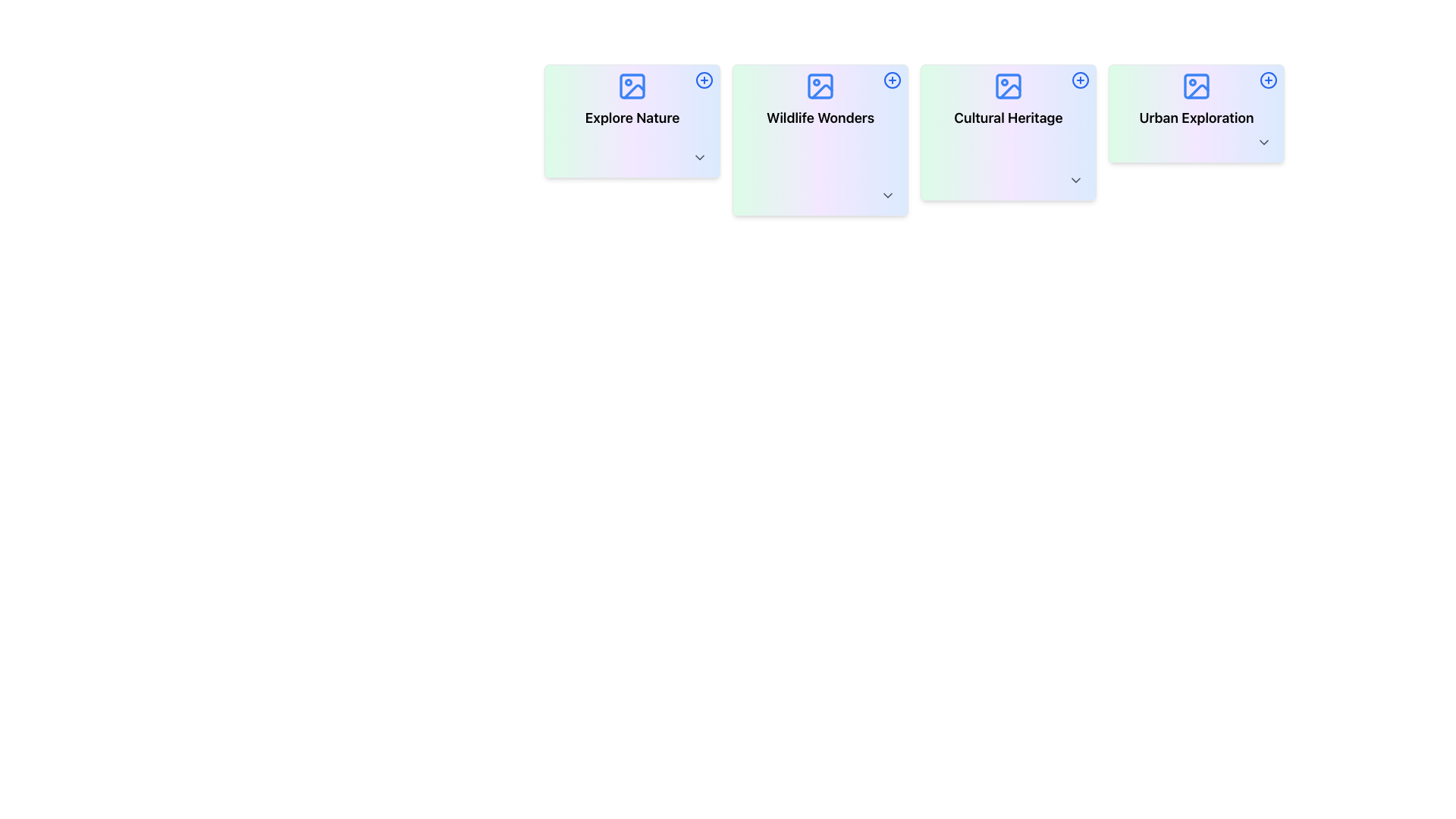 This screenshot has height=819, width=1456. Describe the element at coordinates (1080, 80) in the screenshot. I see `the button located in the top-right corner of the 'Cultural Heritage' tile` at that location.